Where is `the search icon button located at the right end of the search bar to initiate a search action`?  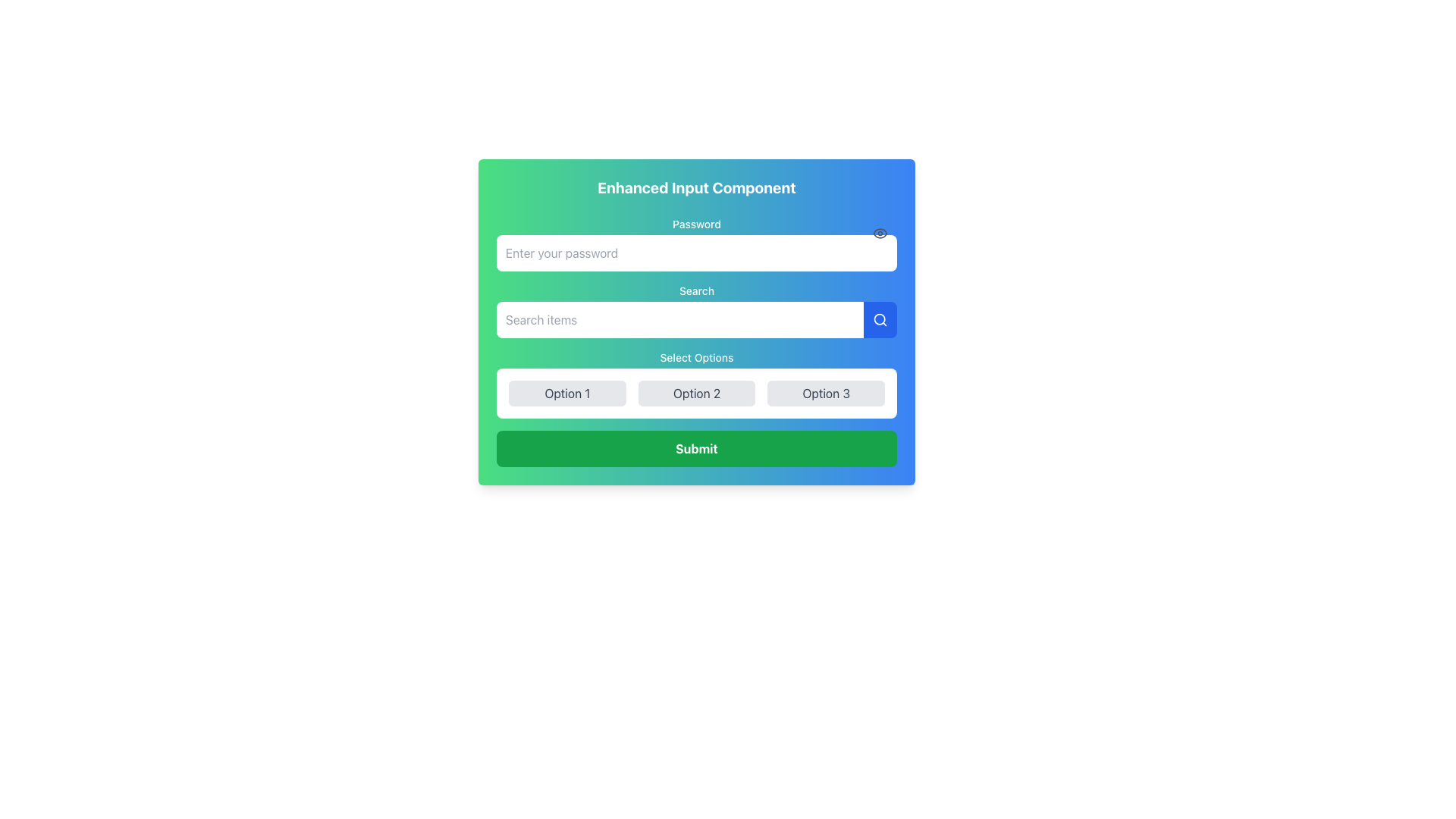
the search icon button located at the right end of the search bar to initiate a search action is located at coordinates (880, 318).